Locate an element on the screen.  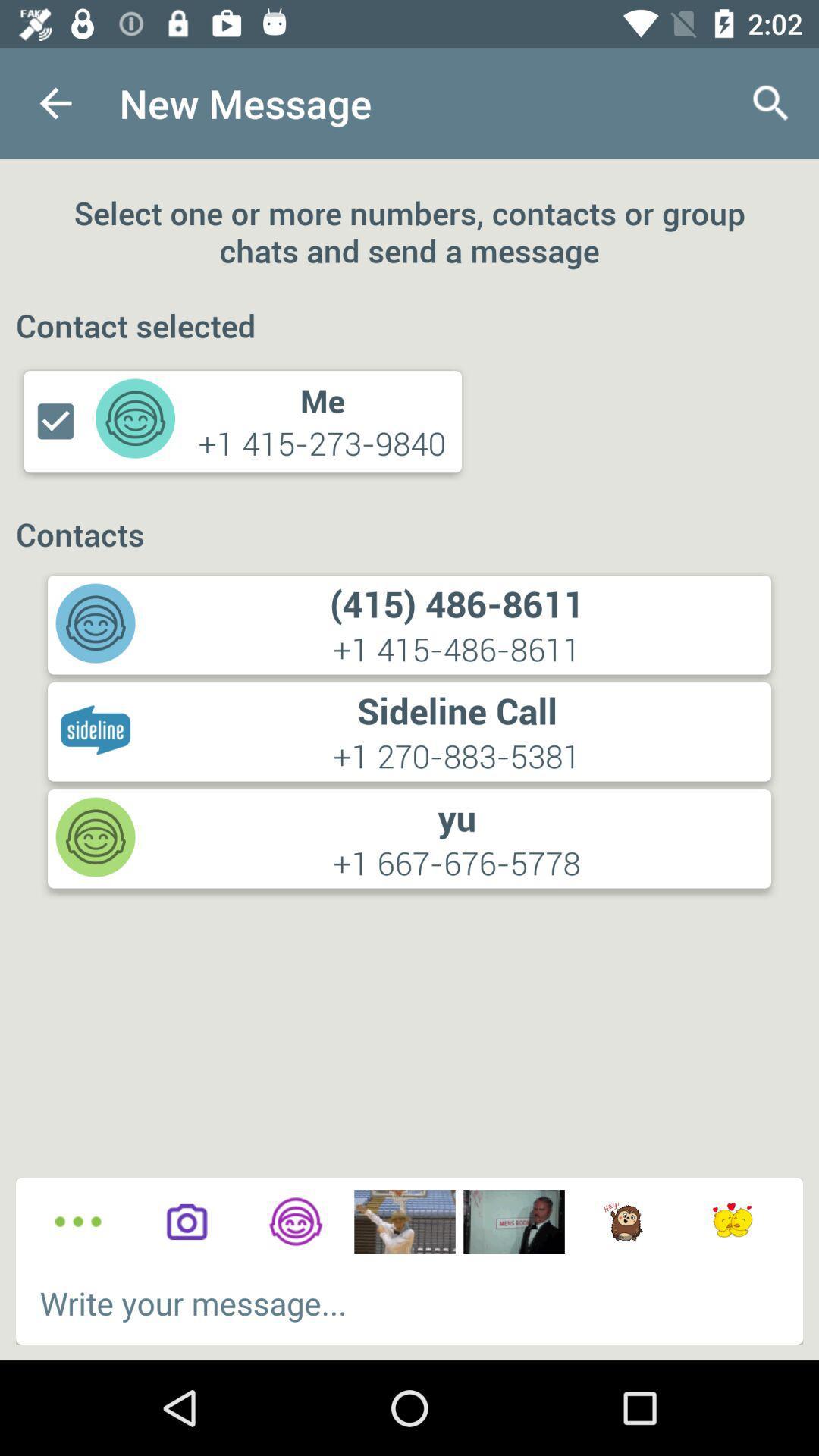
insert sticker is located at coordinates (623, 1222).